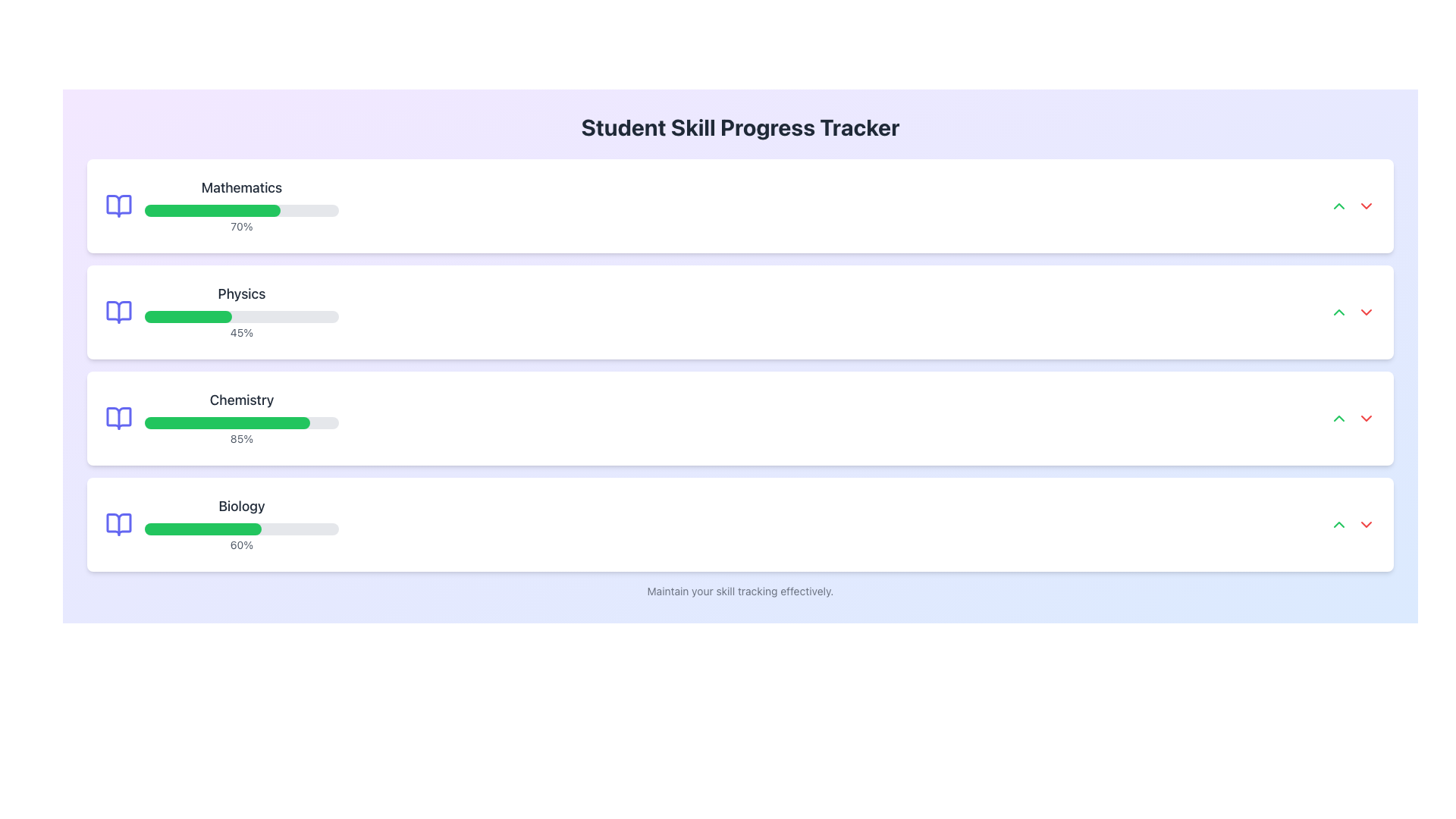 This screenshot has height=819, width=1456. Describe the element at coordinates (740, 127) in the screenshot. I see `the main title Text Label at the top center of the page that provides context for the content below` at that location.